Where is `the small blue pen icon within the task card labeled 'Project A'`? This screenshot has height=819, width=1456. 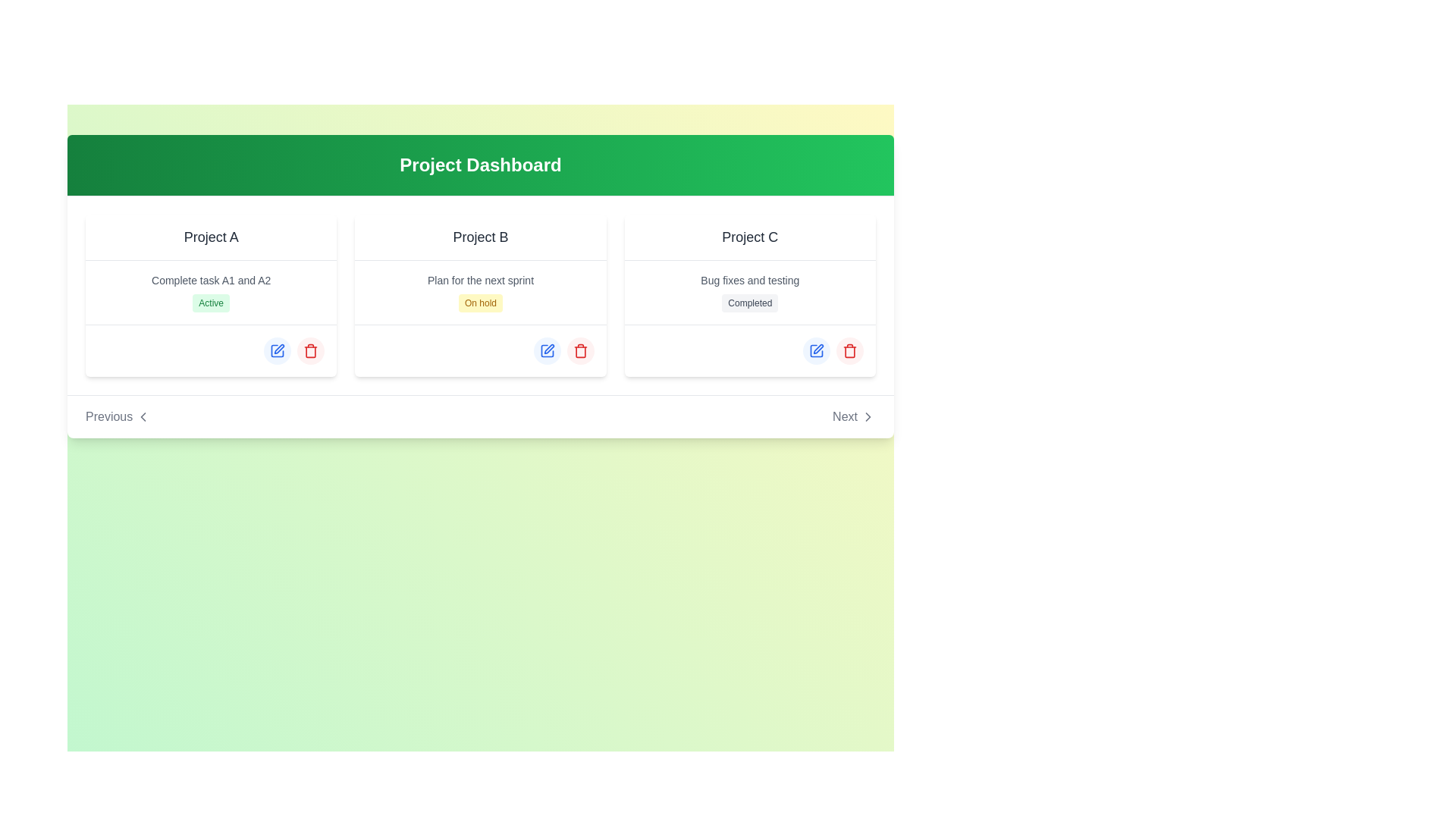 the small blue pen icon within the task card labeled 'Project A' is located at coordinates (279, 349).